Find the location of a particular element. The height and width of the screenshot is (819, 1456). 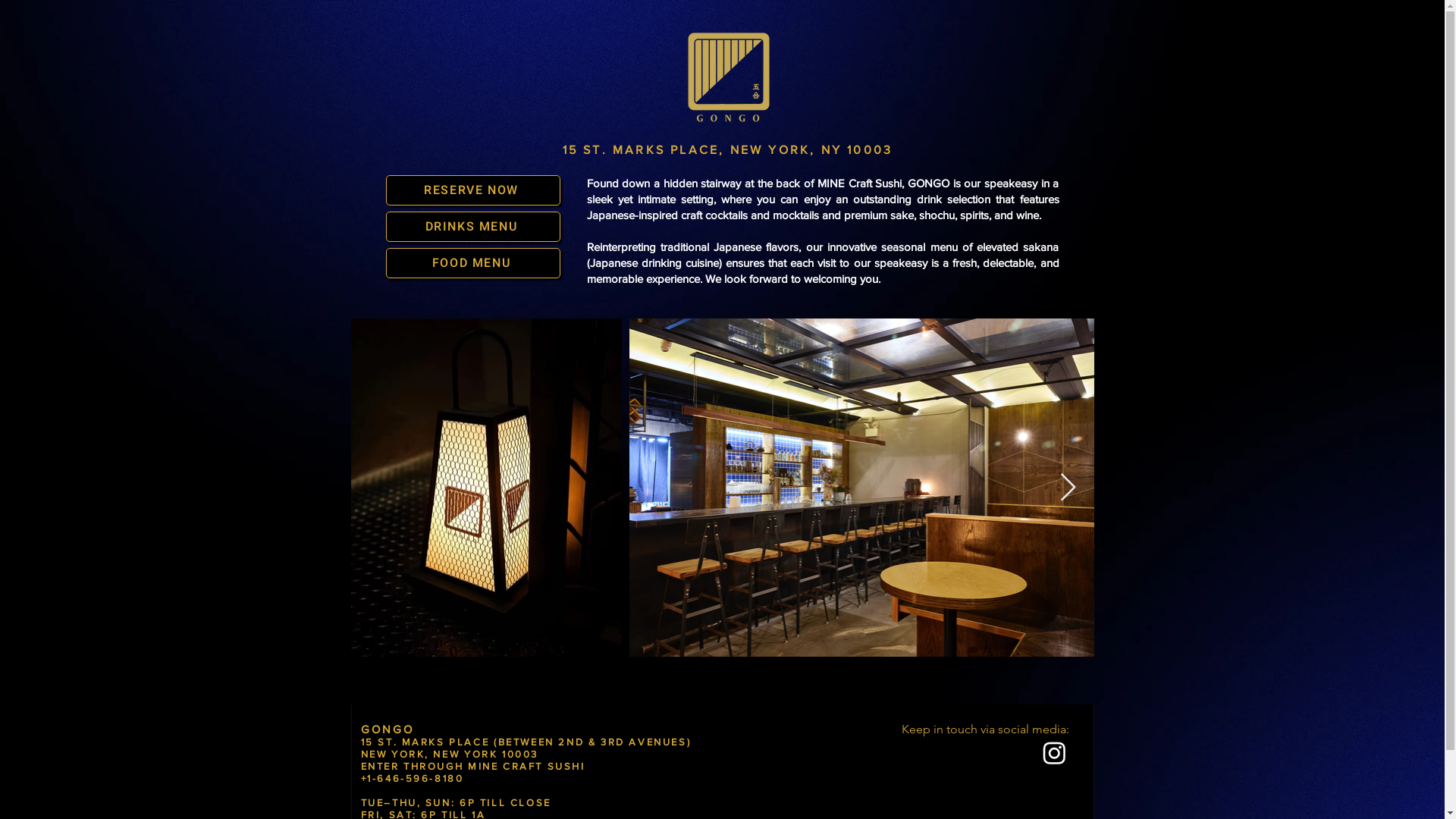

'RESERVE NOW' is located at coordinates (472, 189).